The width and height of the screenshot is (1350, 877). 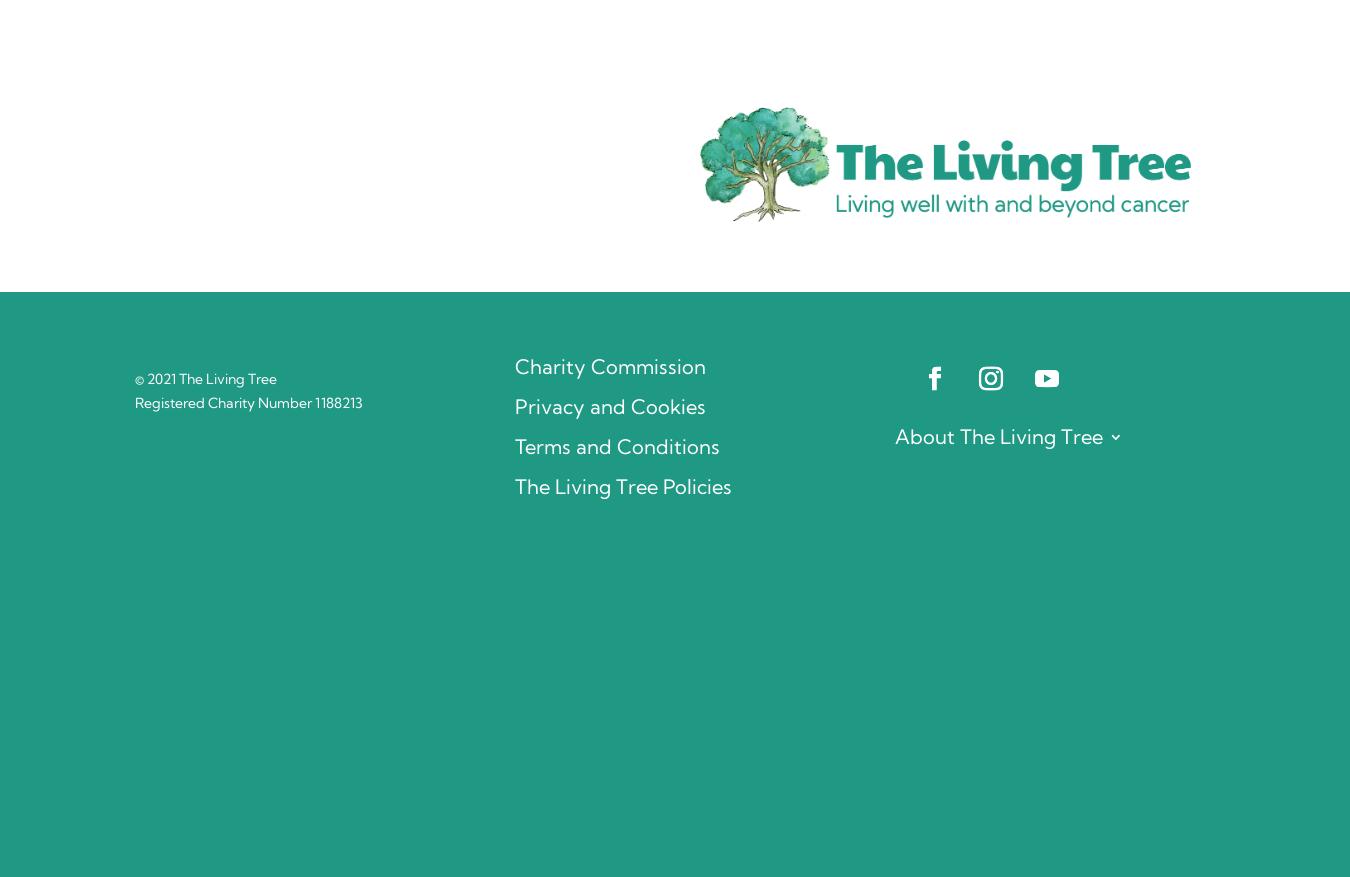 What do you see at coordinates (609, 366) in the screenshot?
I see `'Charity Commission'` at bounding box center [609, 366].